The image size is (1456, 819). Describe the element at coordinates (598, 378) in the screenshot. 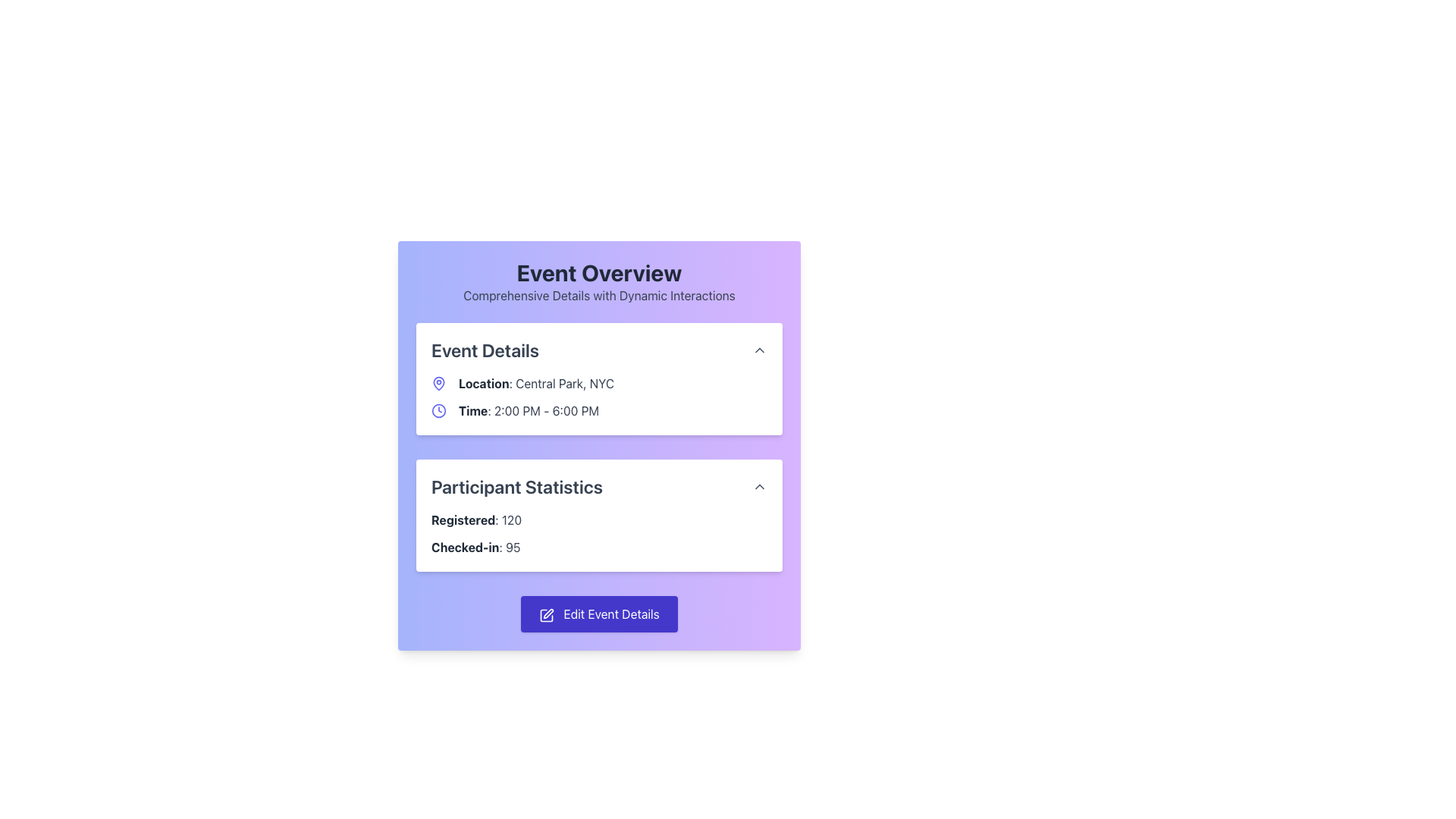

I see `the first informational card in the 'Event Overview' interface` at that location.